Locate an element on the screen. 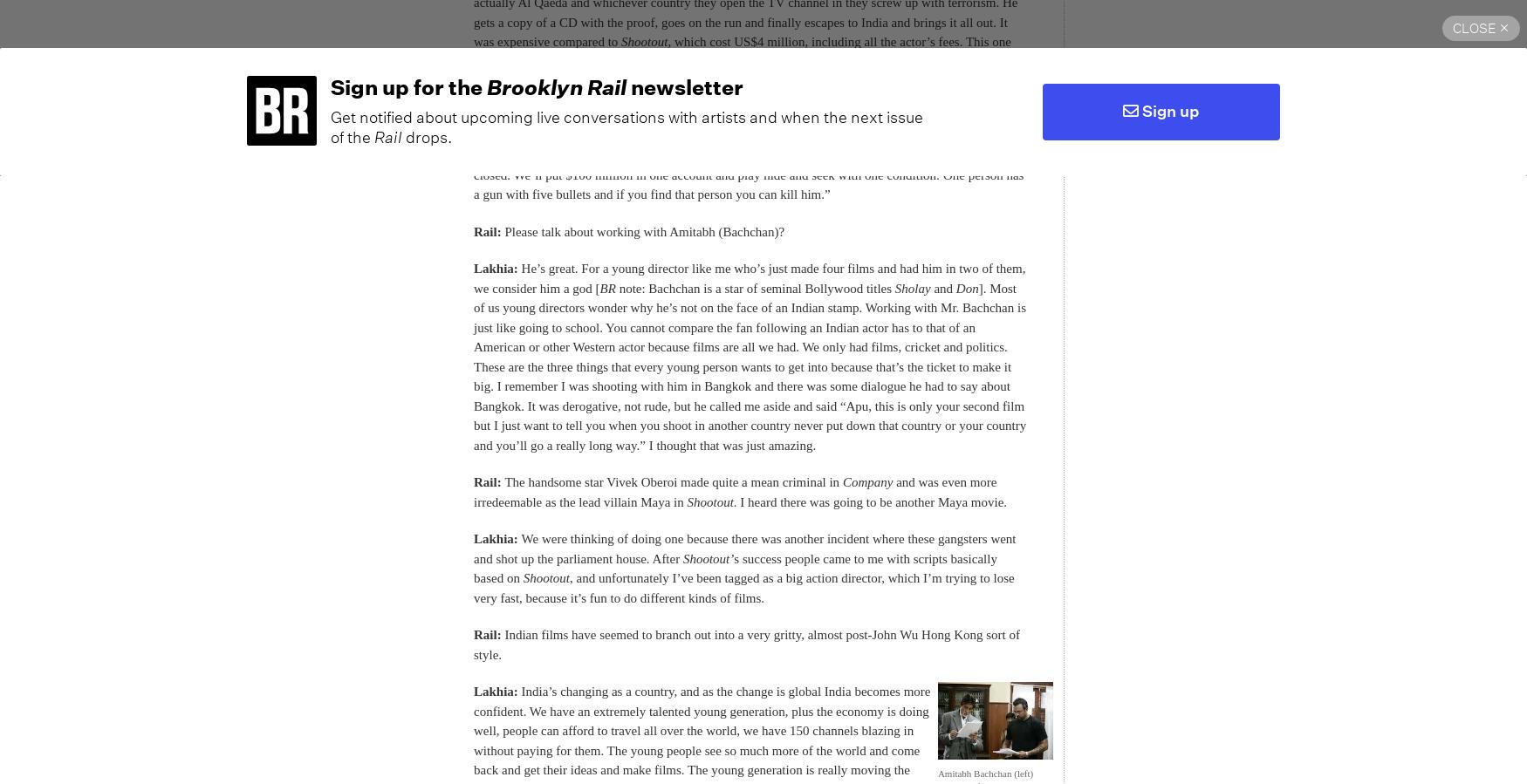 The width and height of the screenshot is (1527, 784). 'BR' is located at coordinates (606, 287).